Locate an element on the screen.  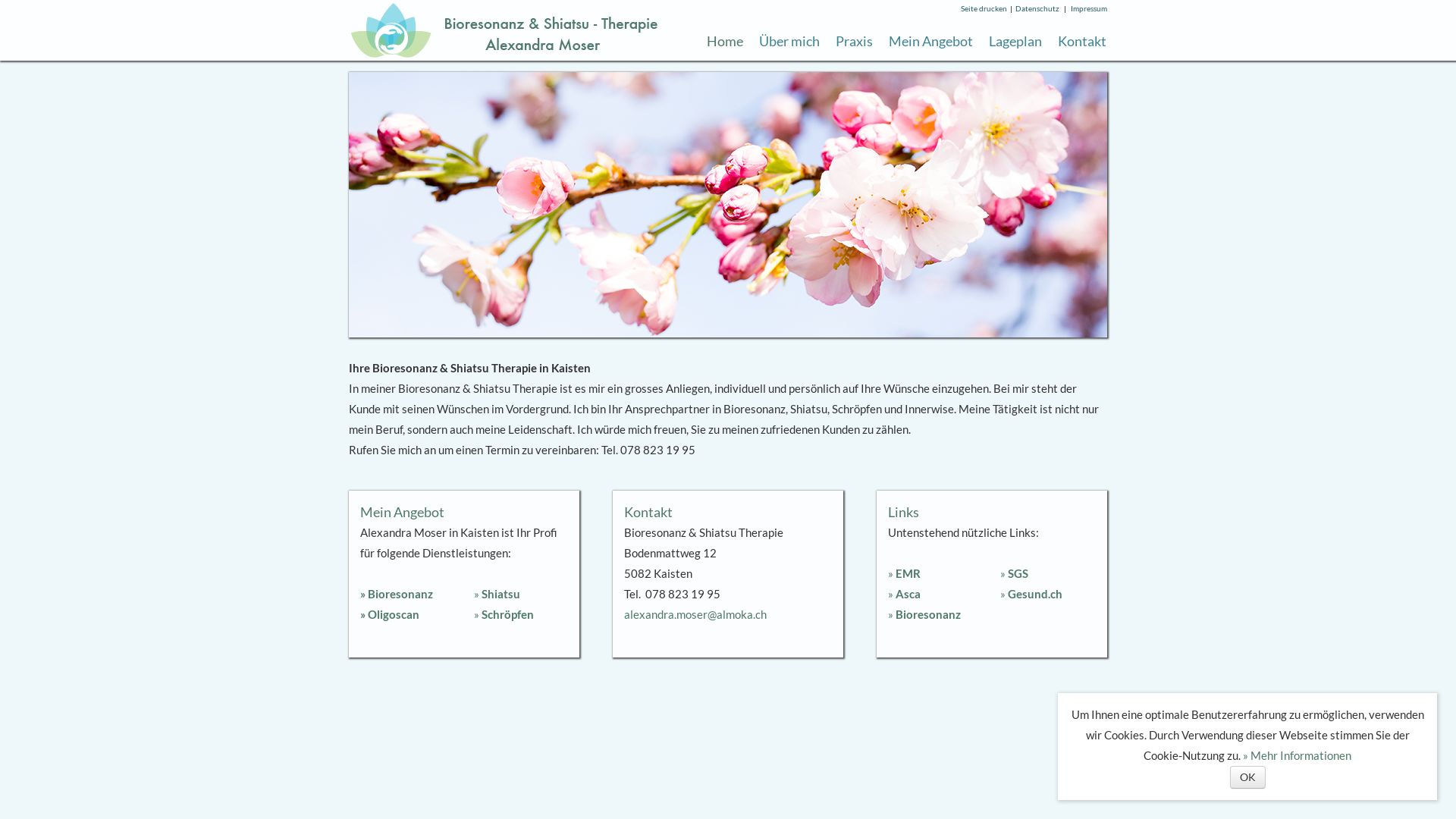
'Asca' is located at coordinates (906, 593).